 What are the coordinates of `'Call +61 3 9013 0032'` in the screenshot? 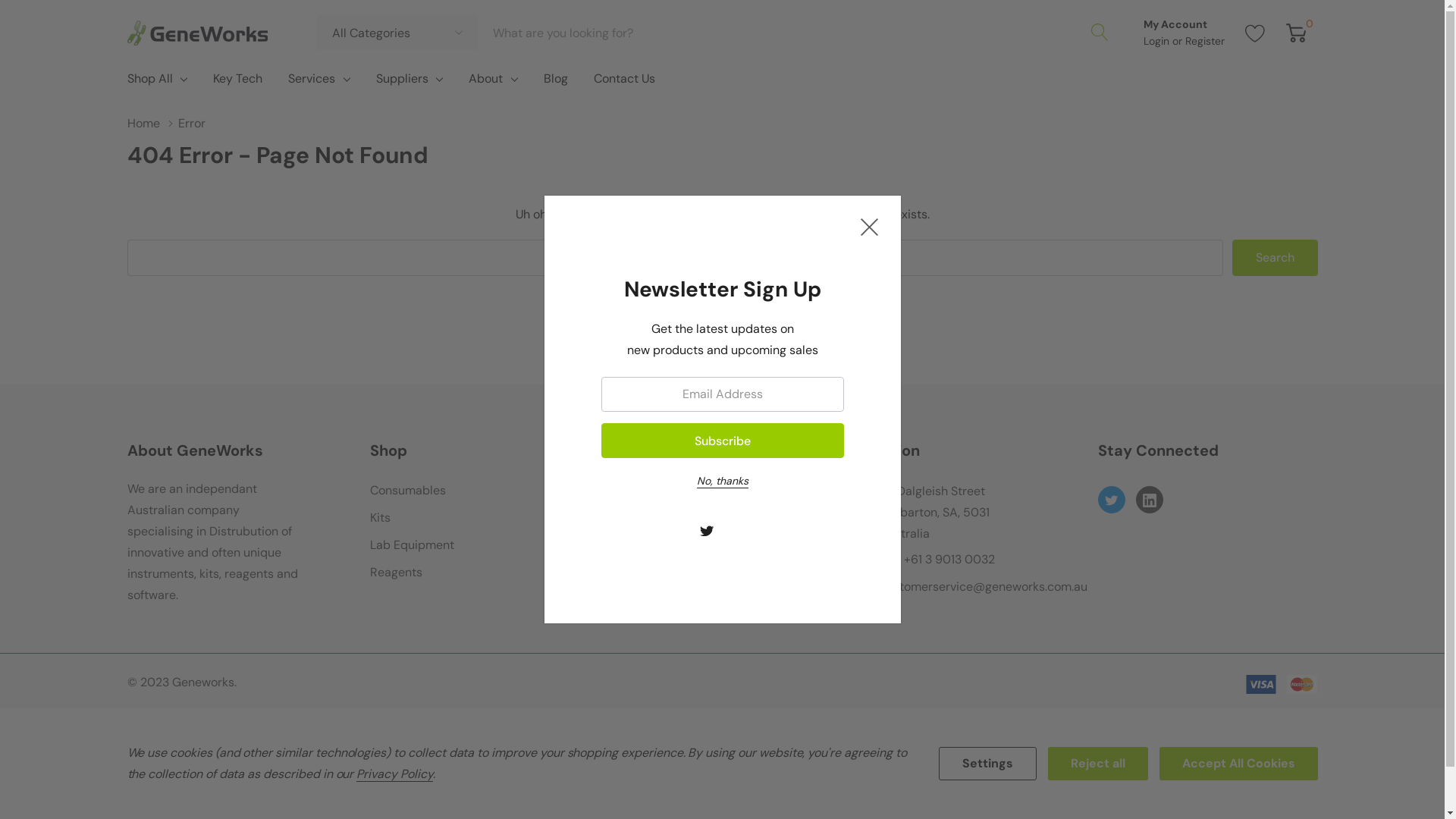 It's located at (937, 559).